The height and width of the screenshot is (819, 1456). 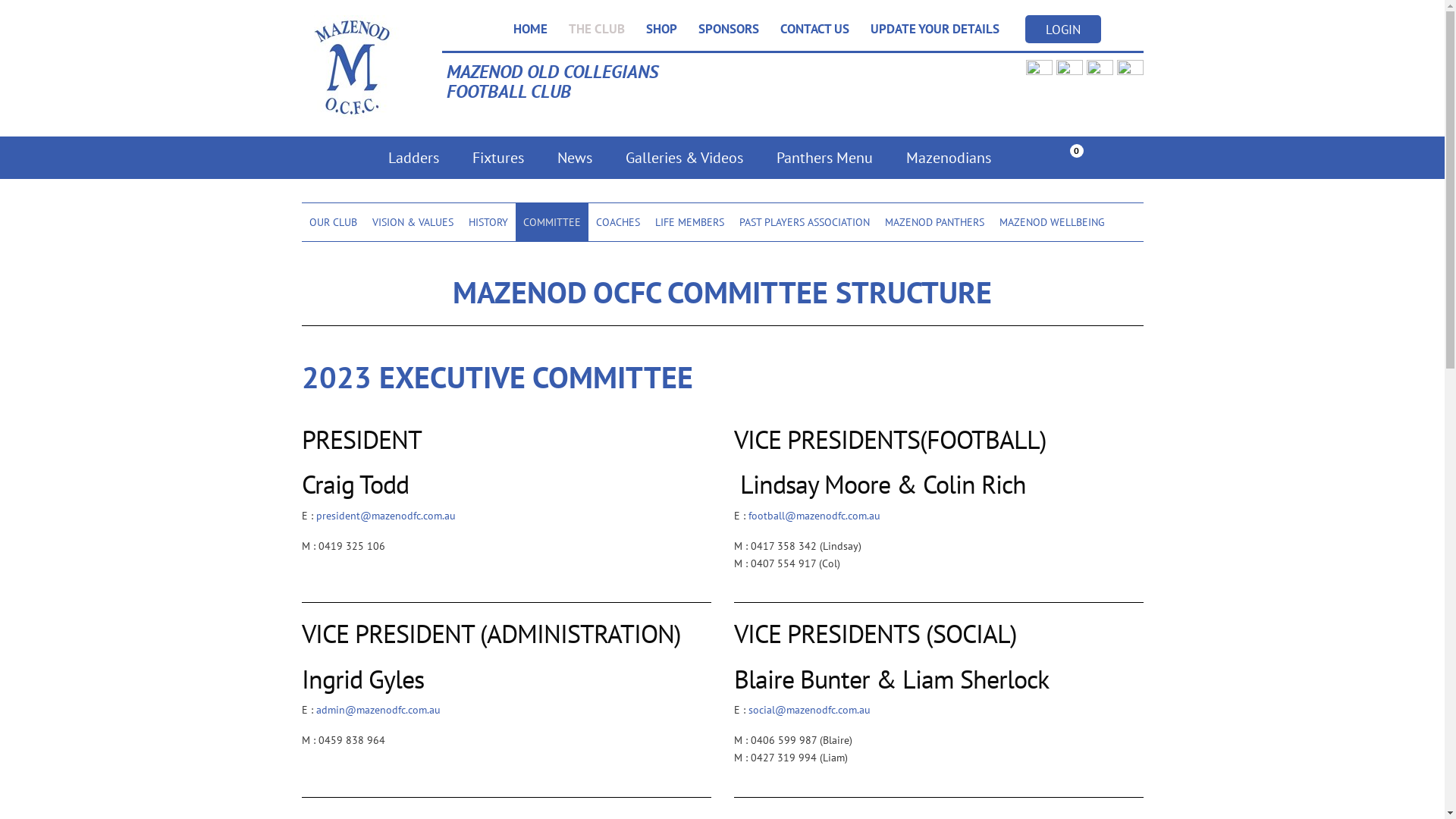 What do you see at coordinates (607, 158) in the screenshot?
I see `'Galleries & Videos'` at bounding box center [607, 158].